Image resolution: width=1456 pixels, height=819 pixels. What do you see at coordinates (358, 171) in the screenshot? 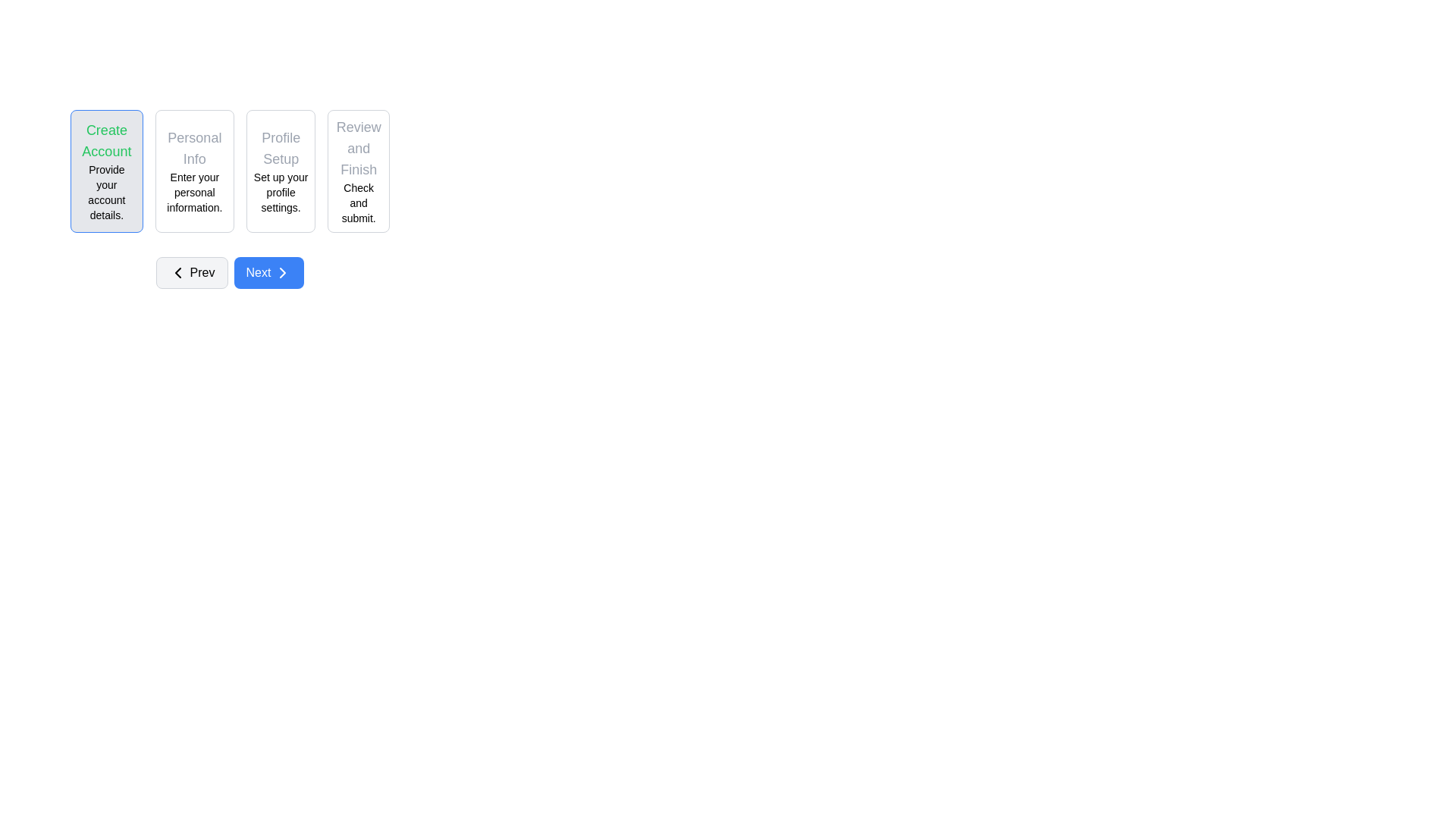
I see `the fourth and final rectangular button labeled 'Review and Finish'` at bounding box center [358, 171].